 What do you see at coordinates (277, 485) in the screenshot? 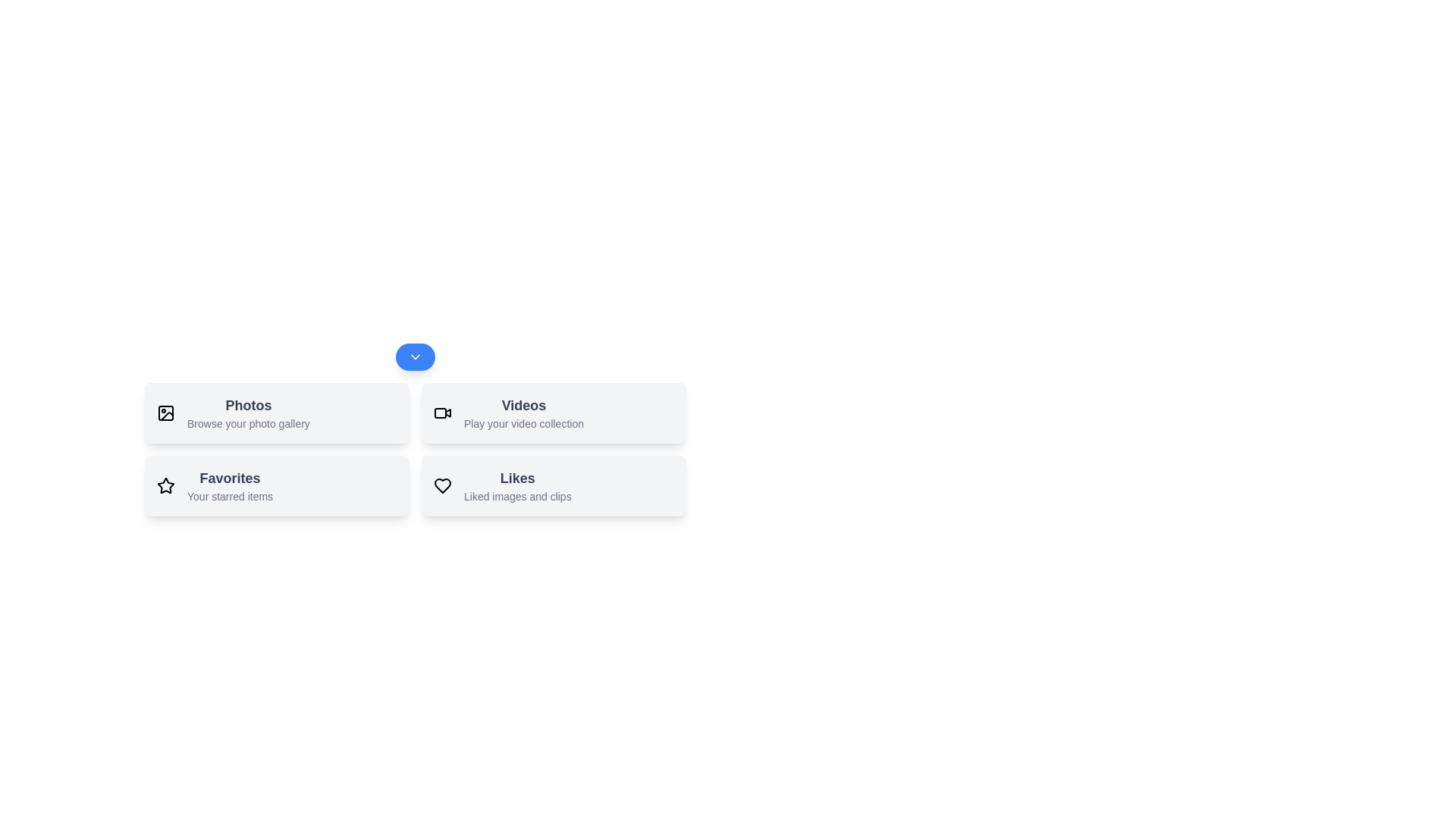
I see `the action Favorites by clicking its respective button` at bounding box center [277, 485].